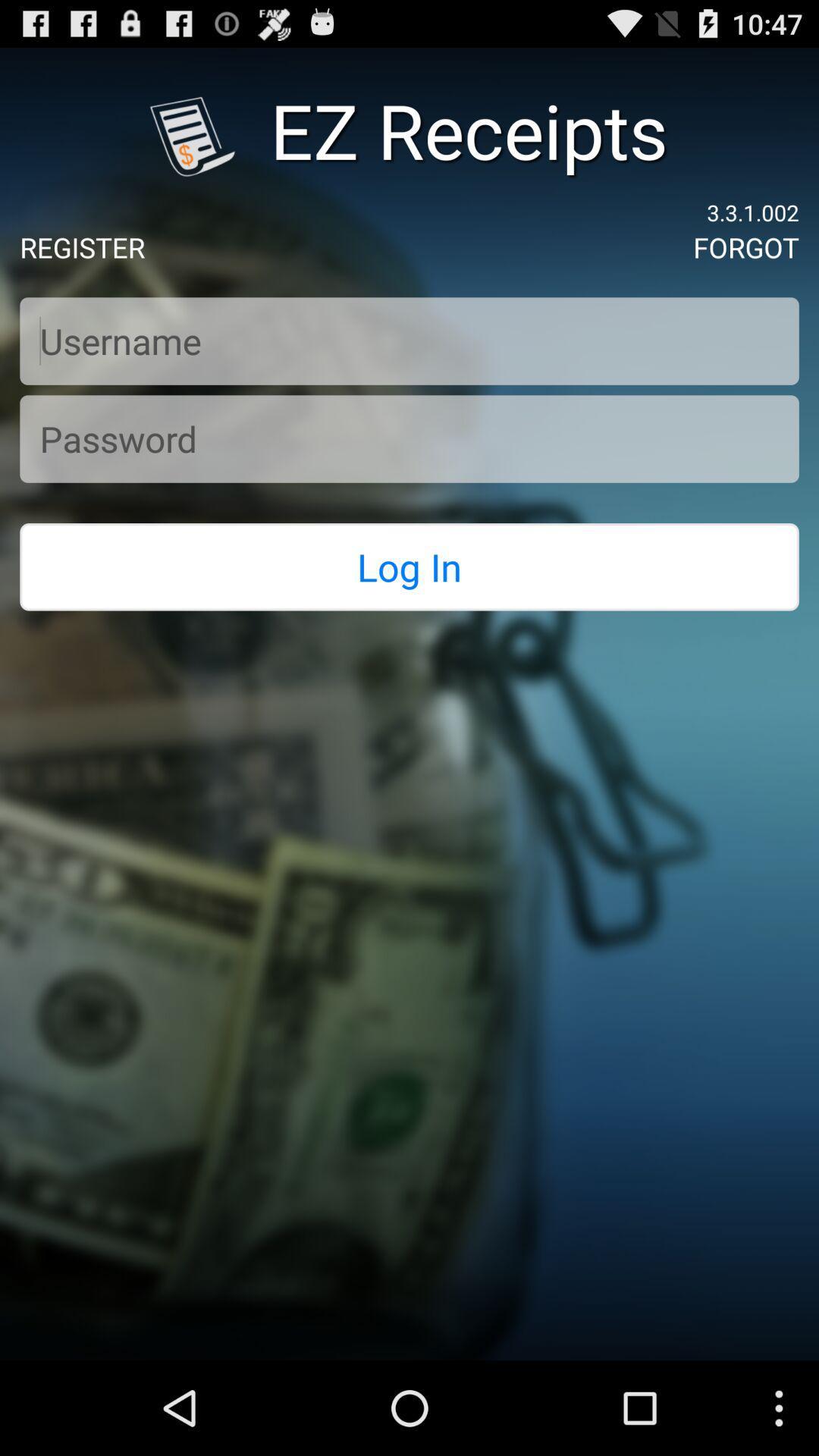 The image size is (819, 1456). I want to click on username to log in, so click(409, 340).